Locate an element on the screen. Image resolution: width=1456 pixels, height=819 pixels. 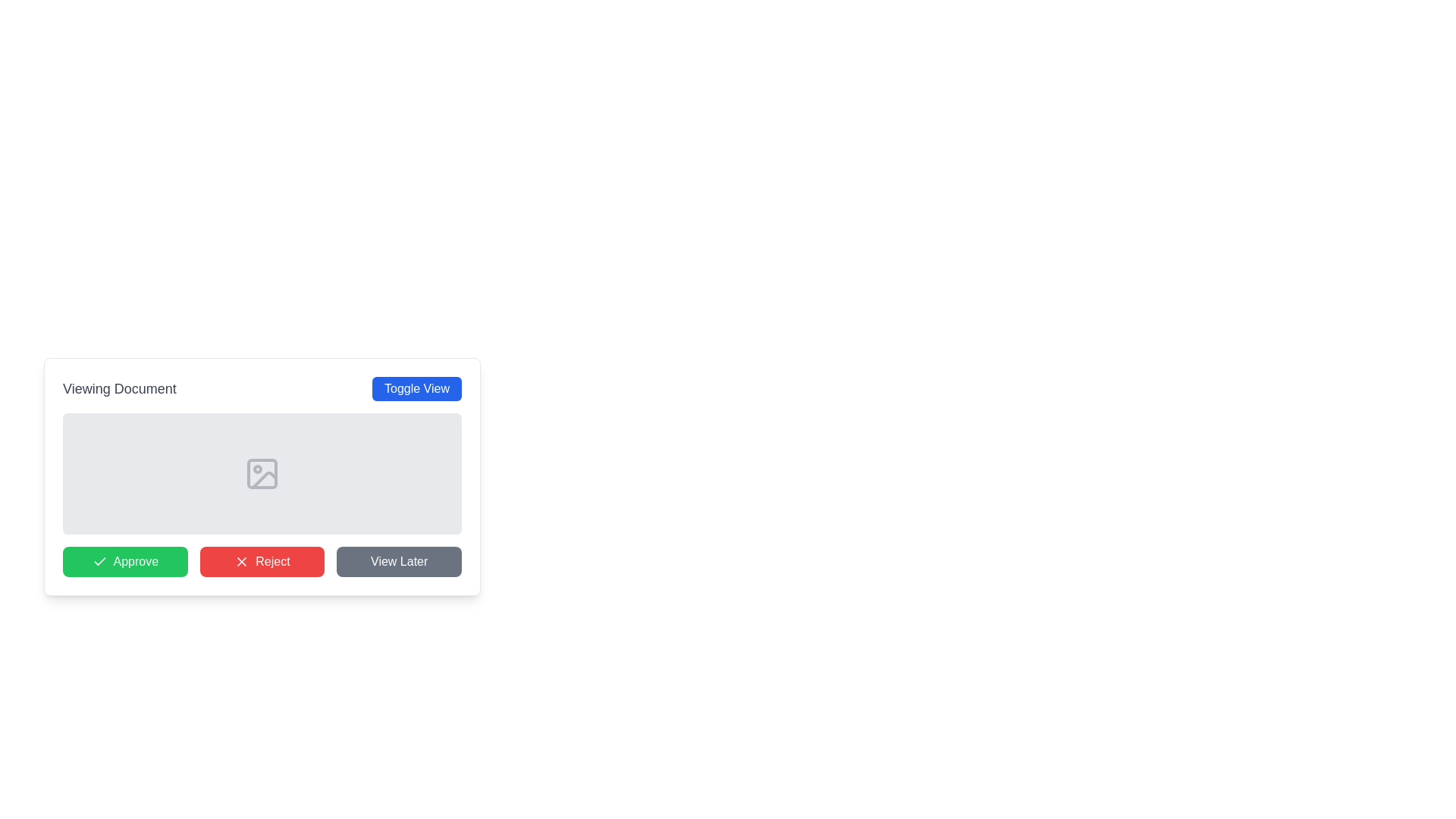
the 'Reject' button, which features a cross symbol icon at its center, positioned between the 'Approve' and 'View Later' buttons is located at coordinates (241, 561).